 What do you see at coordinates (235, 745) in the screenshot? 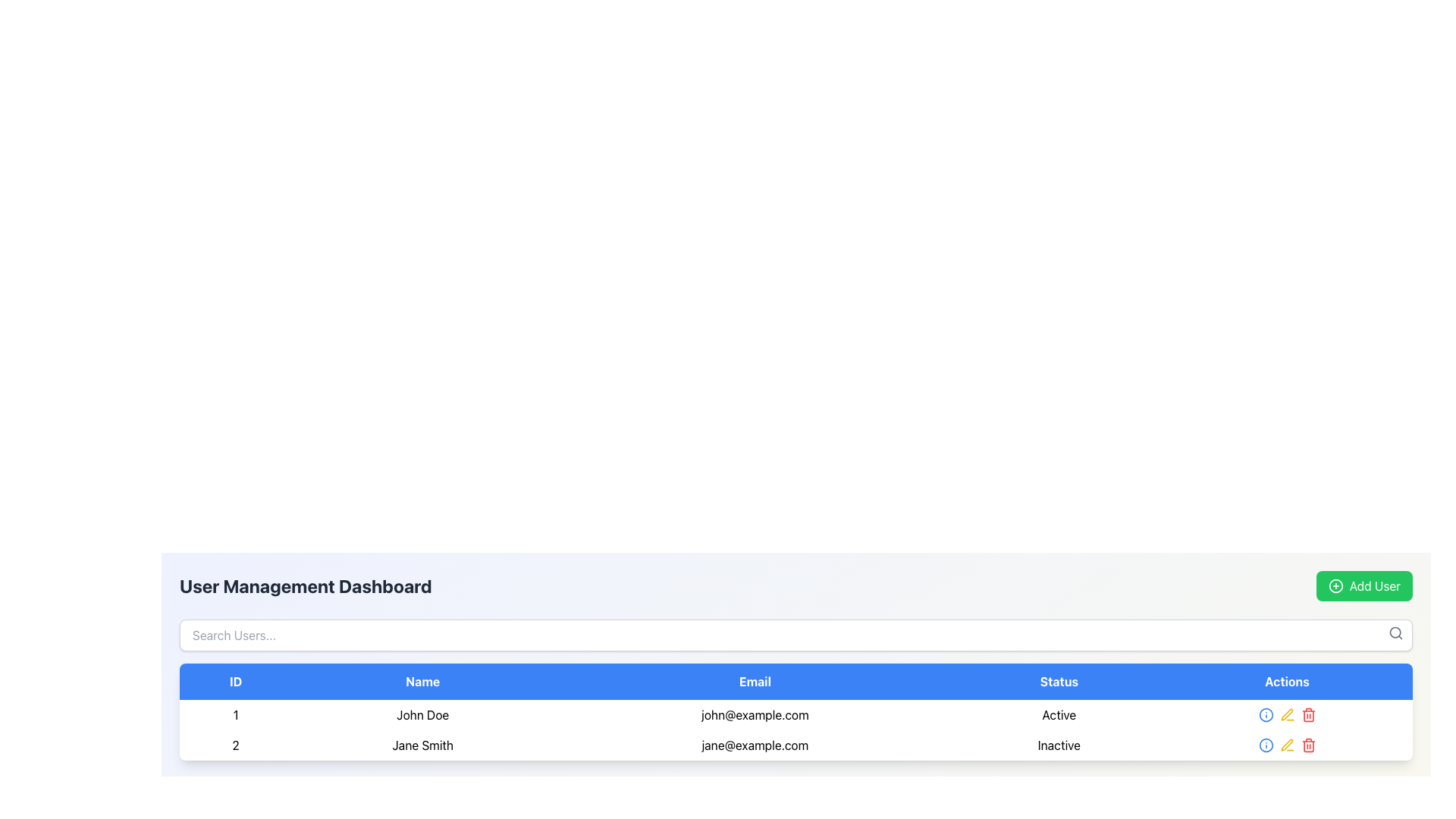
I see `the text identifier in the second row of the table under the 'ID' column` at bounding box center [235, 745].